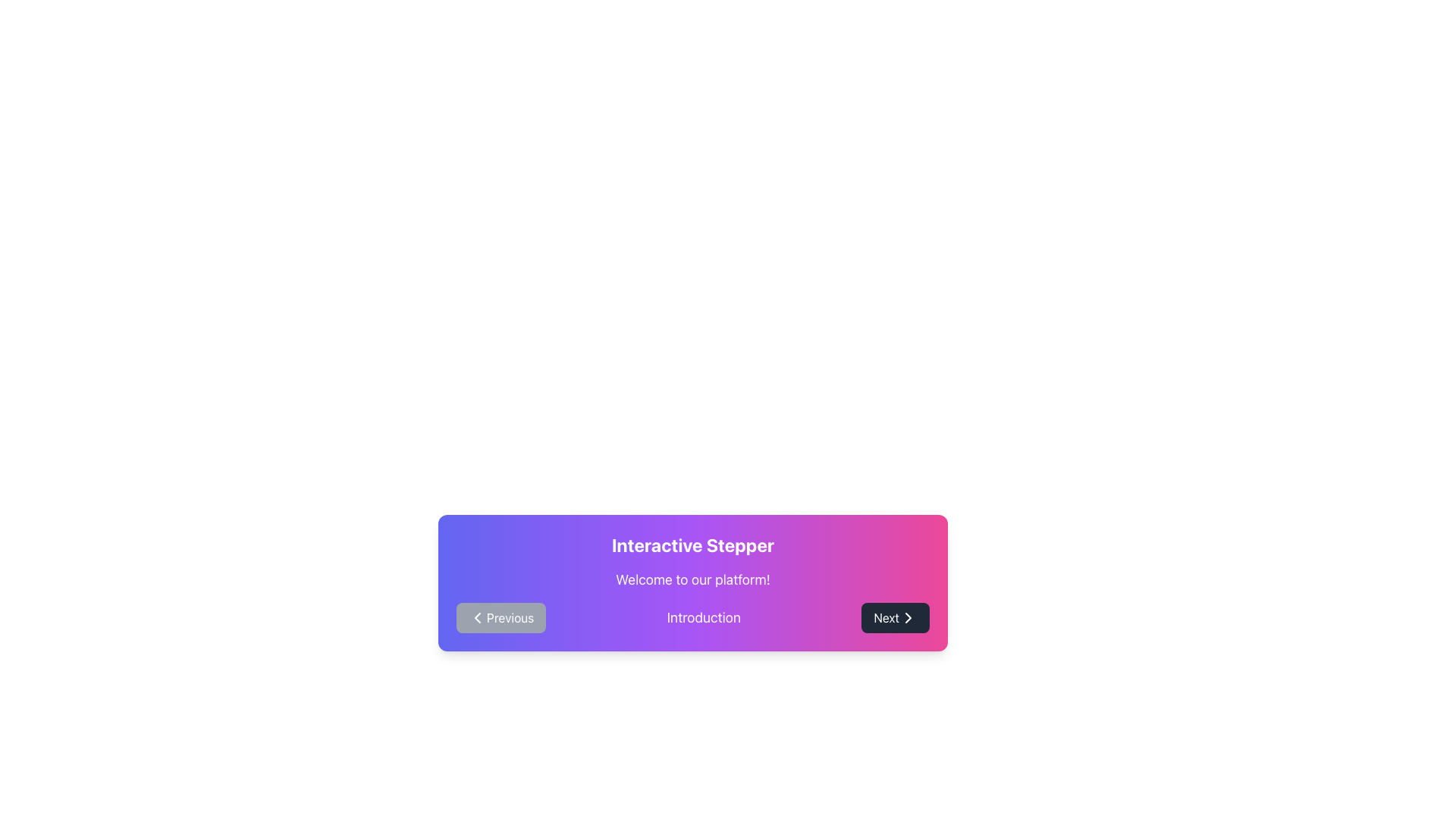 This screenshot has width=1456, height=819. I want to click on the 'Previous' button with a gray background and chevron icon, so click(501, 617).